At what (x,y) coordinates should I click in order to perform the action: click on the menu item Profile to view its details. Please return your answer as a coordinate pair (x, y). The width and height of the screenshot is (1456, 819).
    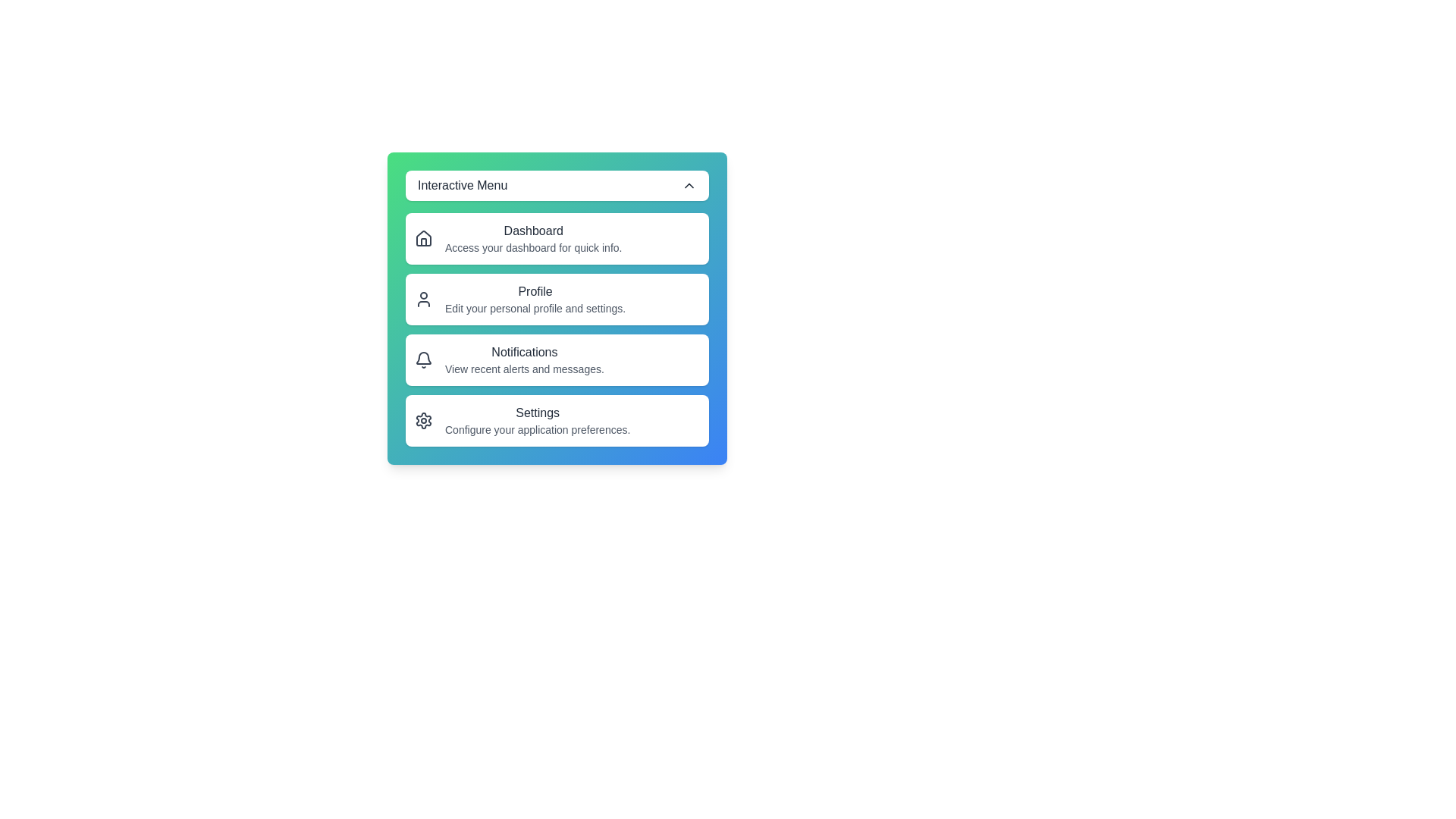
    Looking at the image, I should click on (556, 299).